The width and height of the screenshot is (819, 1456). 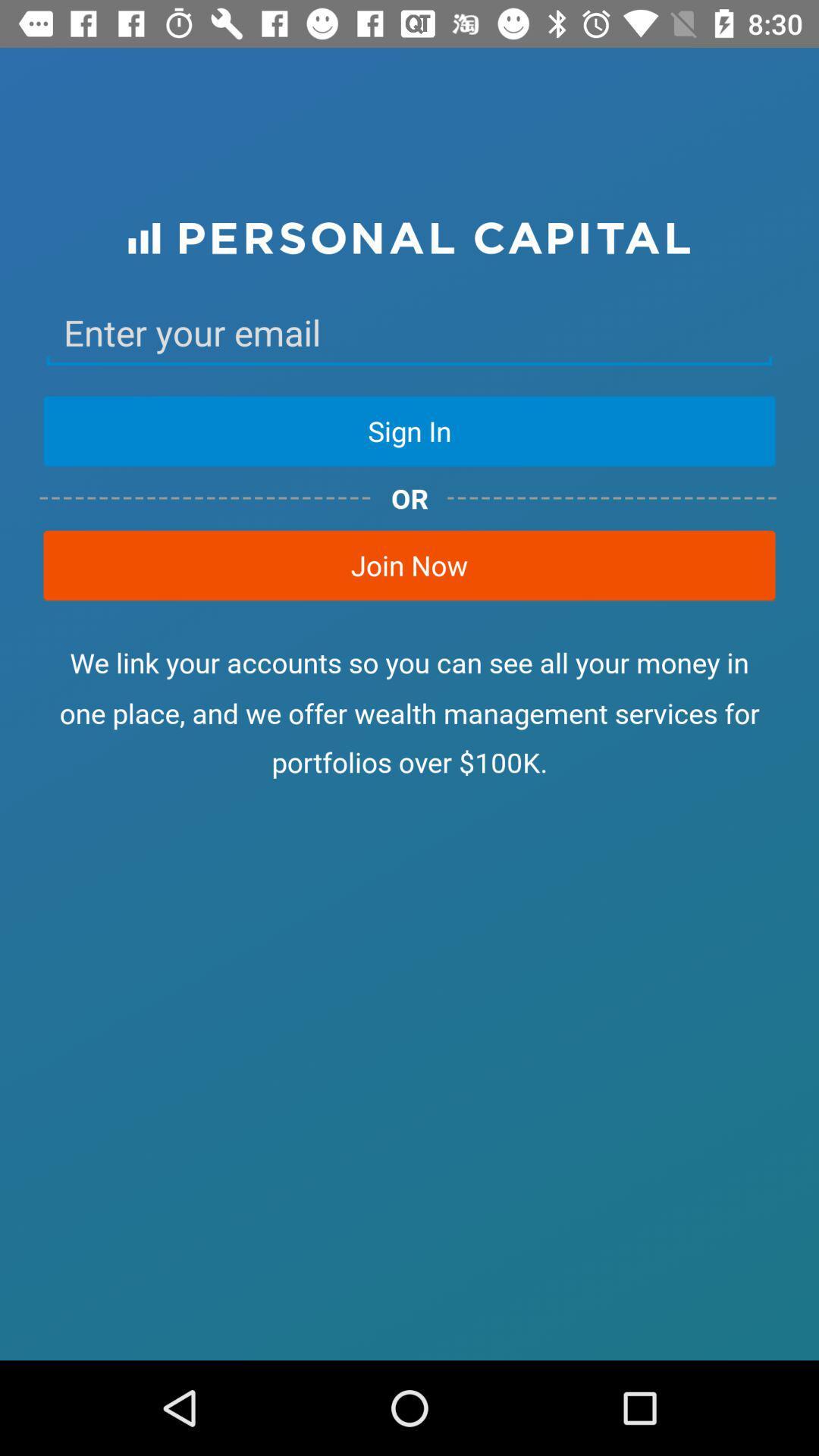 I want to click on sign in icon, so click(x=409, y=430).